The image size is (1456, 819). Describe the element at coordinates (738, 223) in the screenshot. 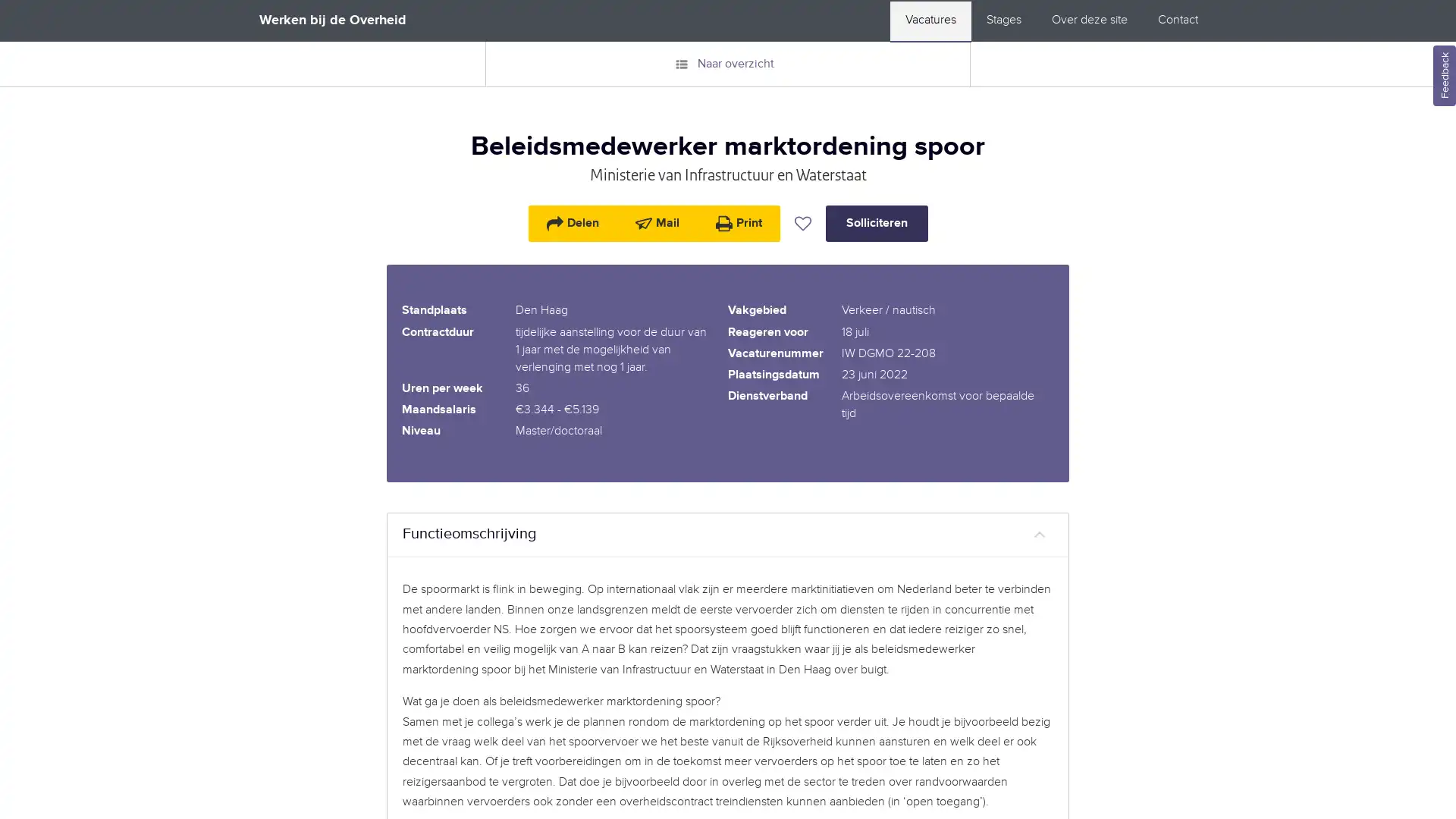

I see `Print` at that location.